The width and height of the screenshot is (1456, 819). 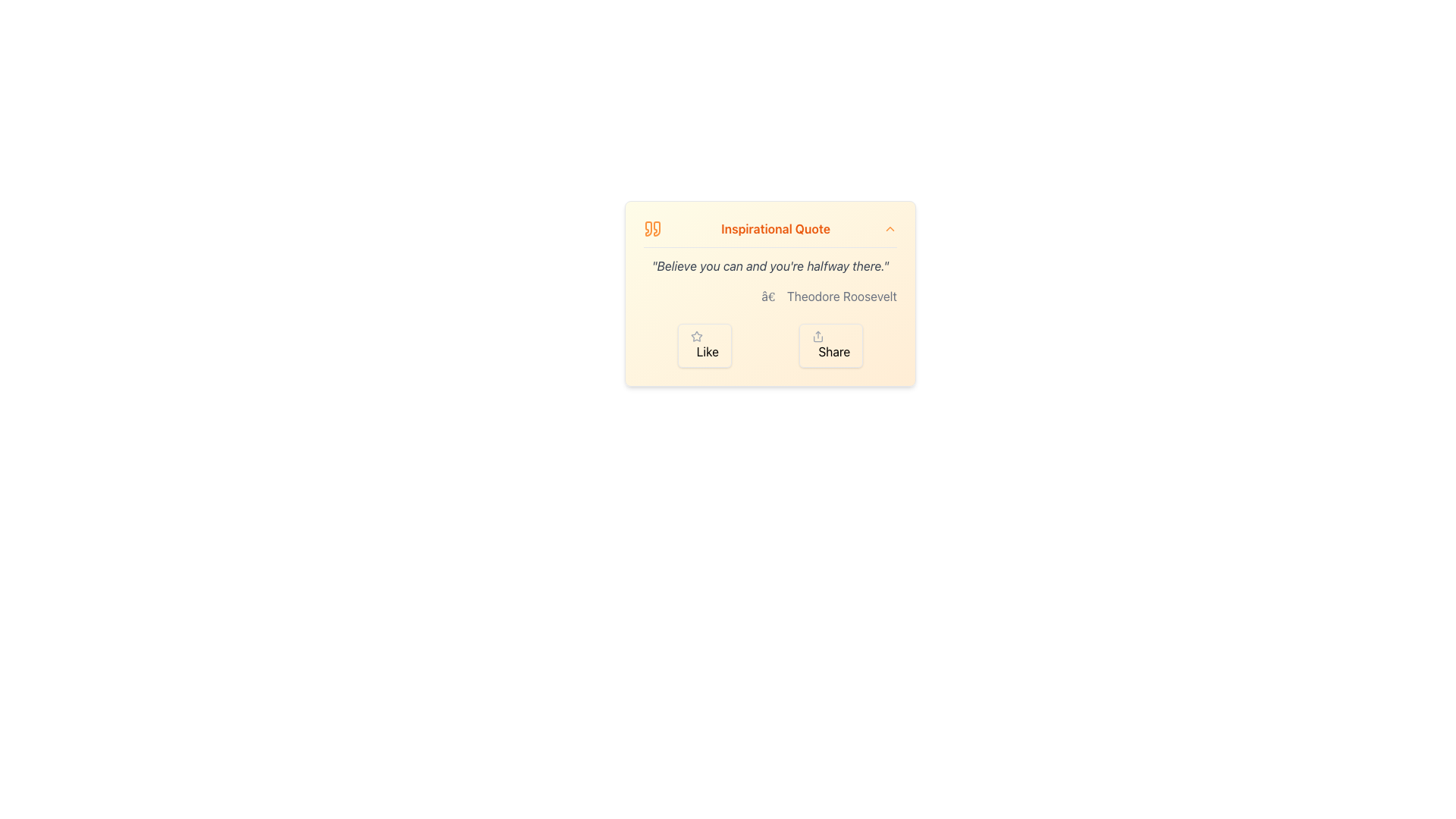 I want to click on text label for the 'Like' button, which is located to the right of a star-shaped icon in a button group under an inspirational quote, so click(x=707, y=351).